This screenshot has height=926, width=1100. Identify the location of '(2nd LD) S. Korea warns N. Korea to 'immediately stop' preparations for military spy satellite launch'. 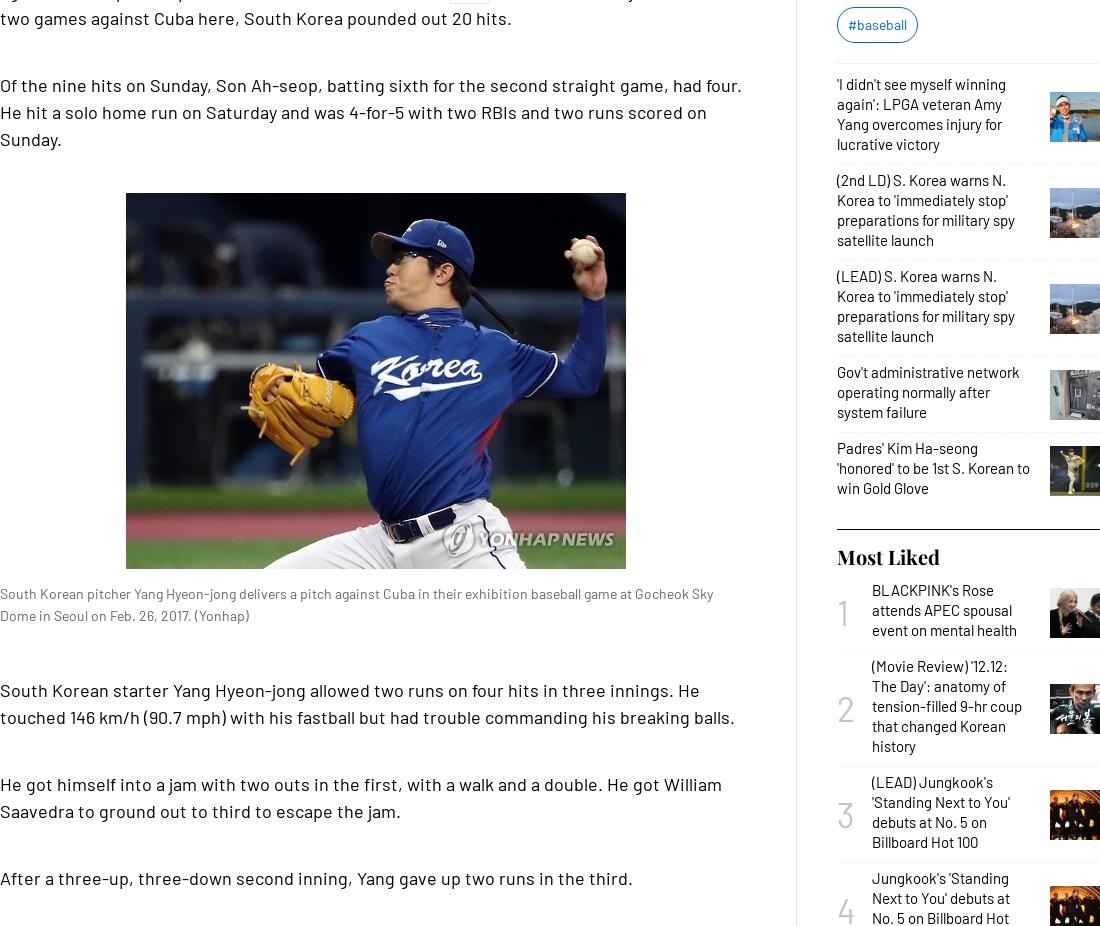
(925, 209).